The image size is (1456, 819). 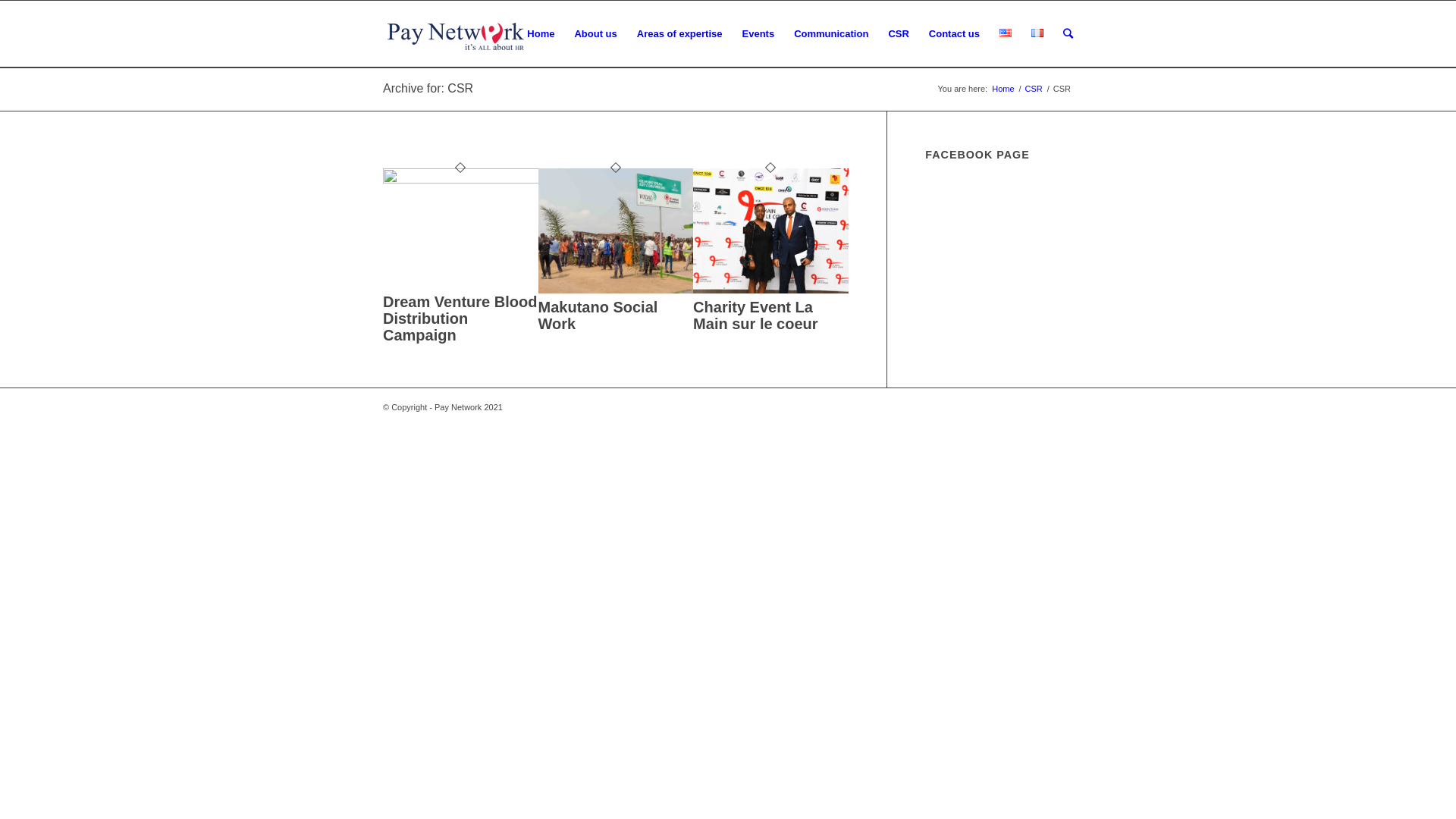 I want to click on 'Archive for: CSR', so click(x=382, y=88).